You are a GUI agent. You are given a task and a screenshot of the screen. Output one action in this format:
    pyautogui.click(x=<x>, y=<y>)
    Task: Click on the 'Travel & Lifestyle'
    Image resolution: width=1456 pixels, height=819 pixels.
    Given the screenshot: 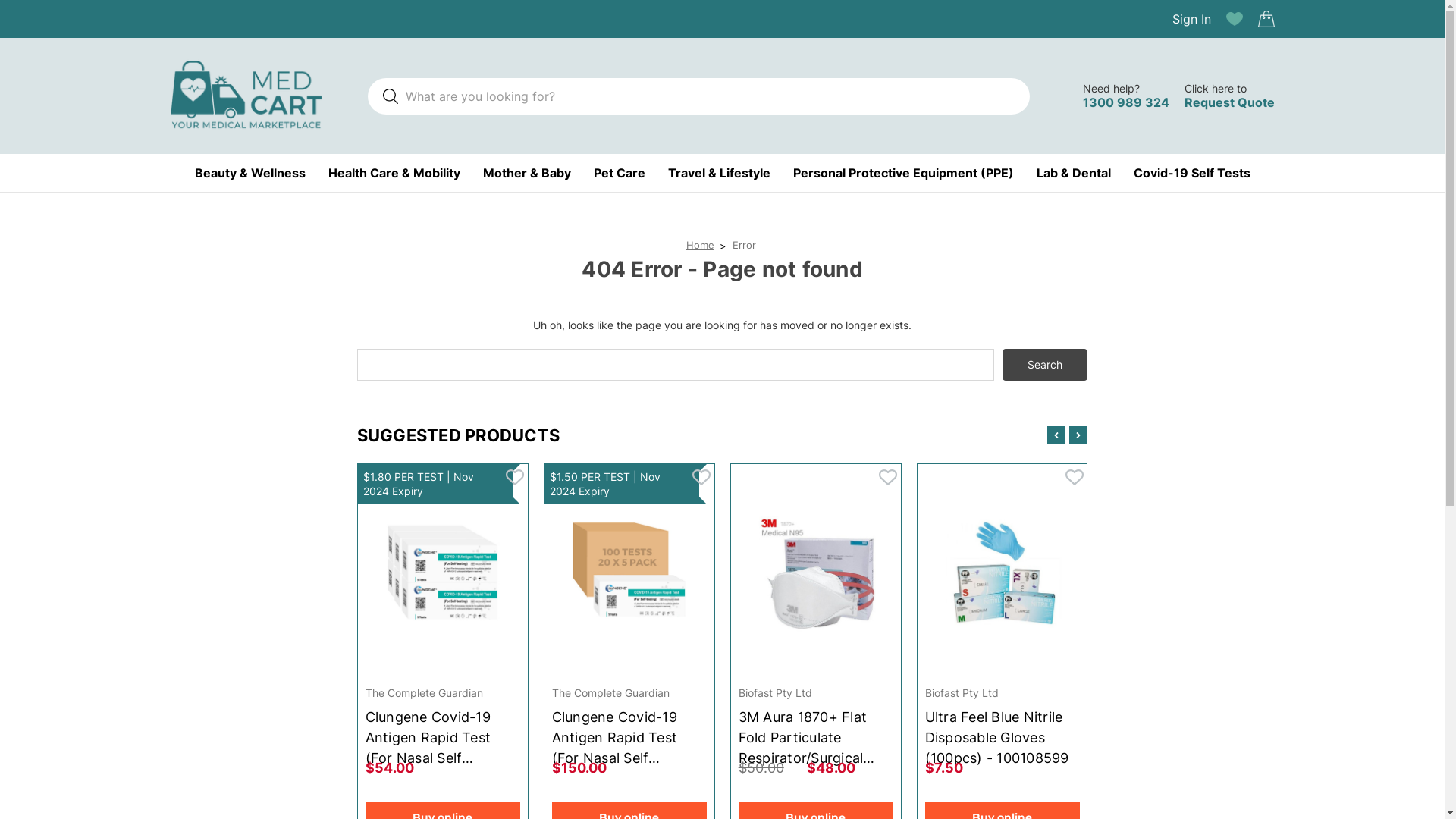 What is the action you would take?
    pyautogui.click(x=717, y=171)
    